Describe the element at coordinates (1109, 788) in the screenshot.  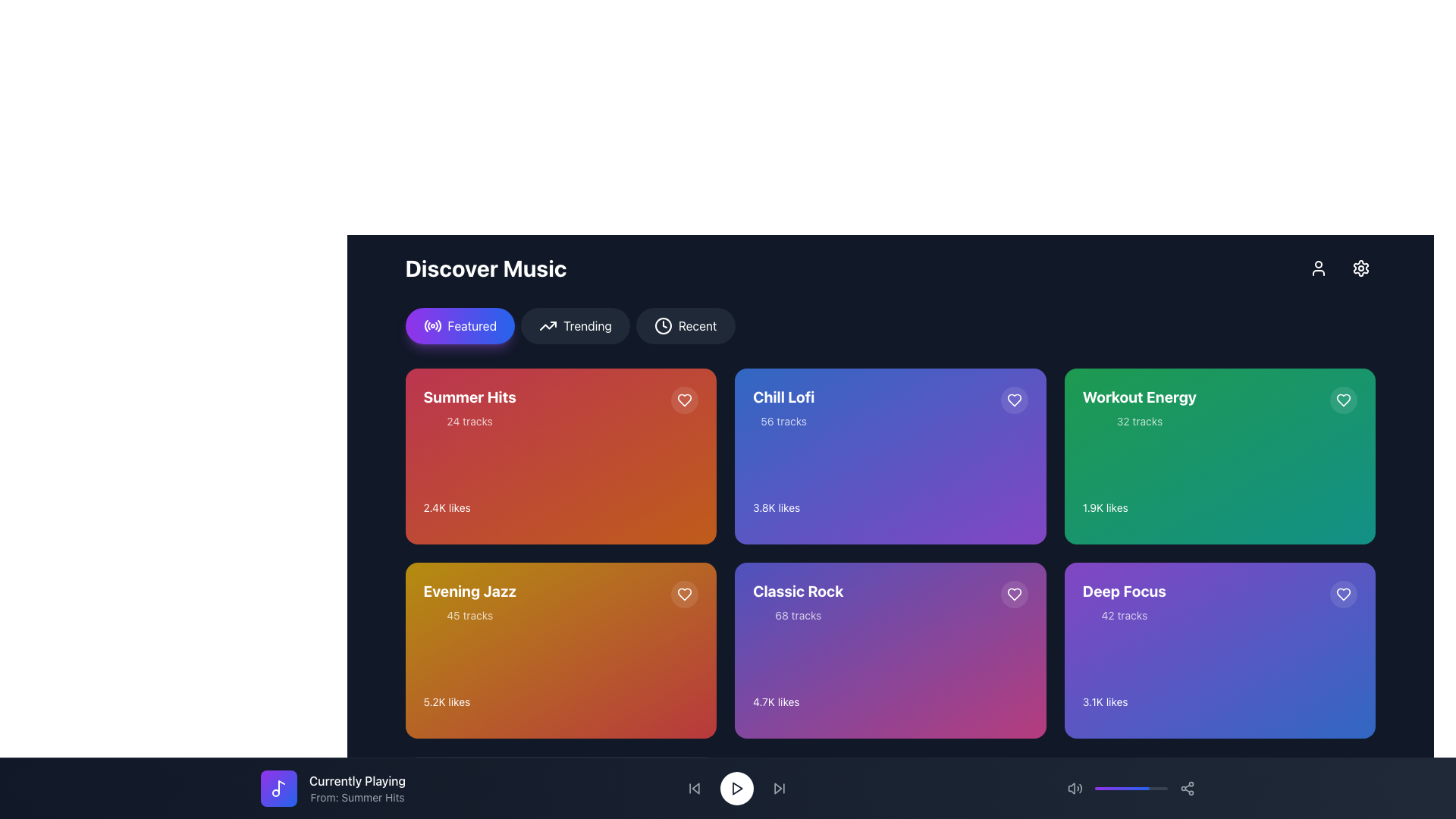
I see `volume level` at that location.